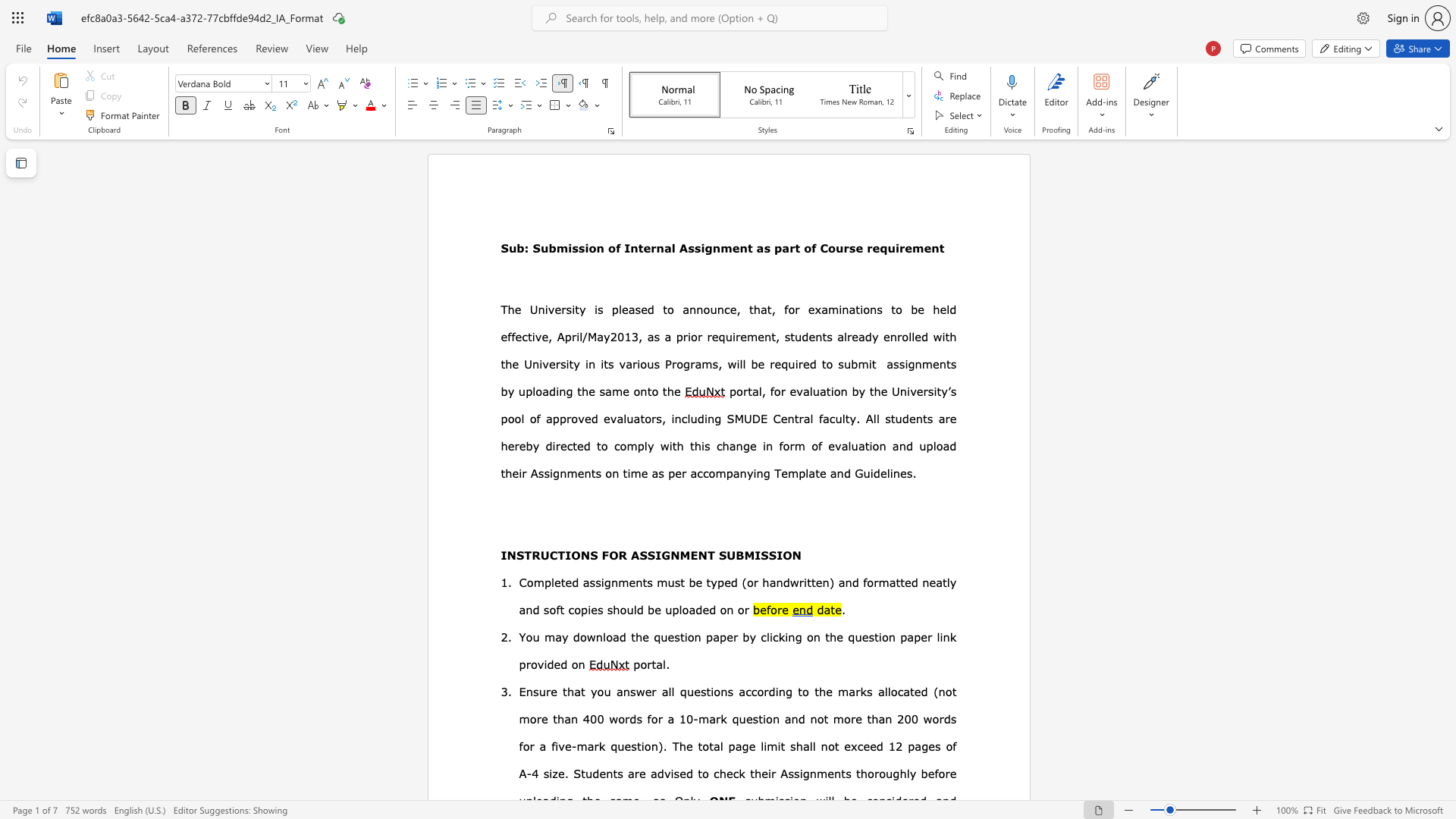  I want to click on the subset text "tion pa" within the text "You may download the question paper by clicking on the question paper link provided on", so click(874, 637).